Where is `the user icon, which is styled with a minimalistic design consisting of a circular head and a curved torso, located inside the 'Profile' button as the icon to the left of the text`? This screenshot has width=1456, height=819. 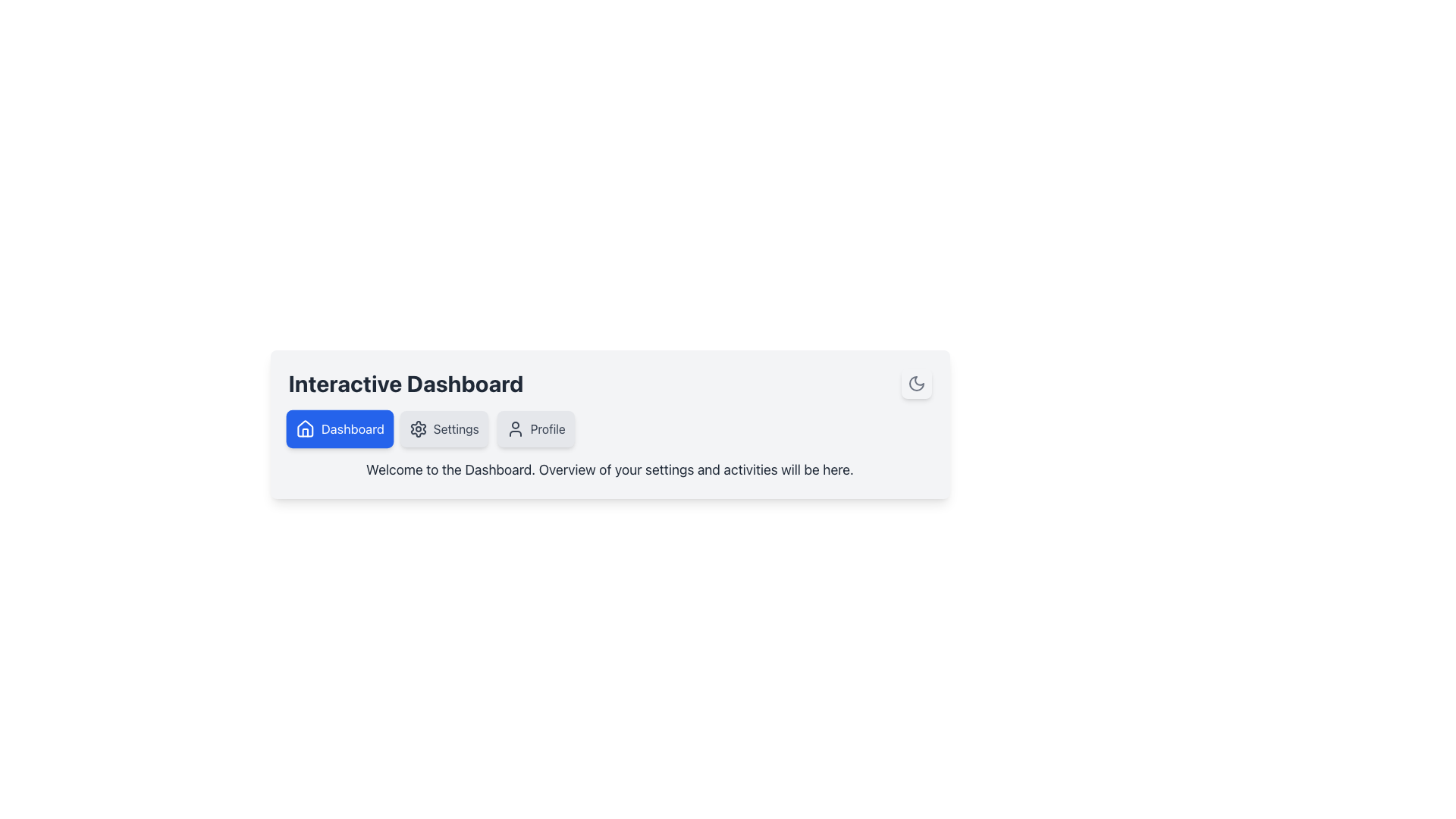 the user icon, which is styled with a minimalistic design consisting of a circular head and a curved torso, located inside the 'Profile' button as the icon to the left of the text is located at coordinates (515, 429).